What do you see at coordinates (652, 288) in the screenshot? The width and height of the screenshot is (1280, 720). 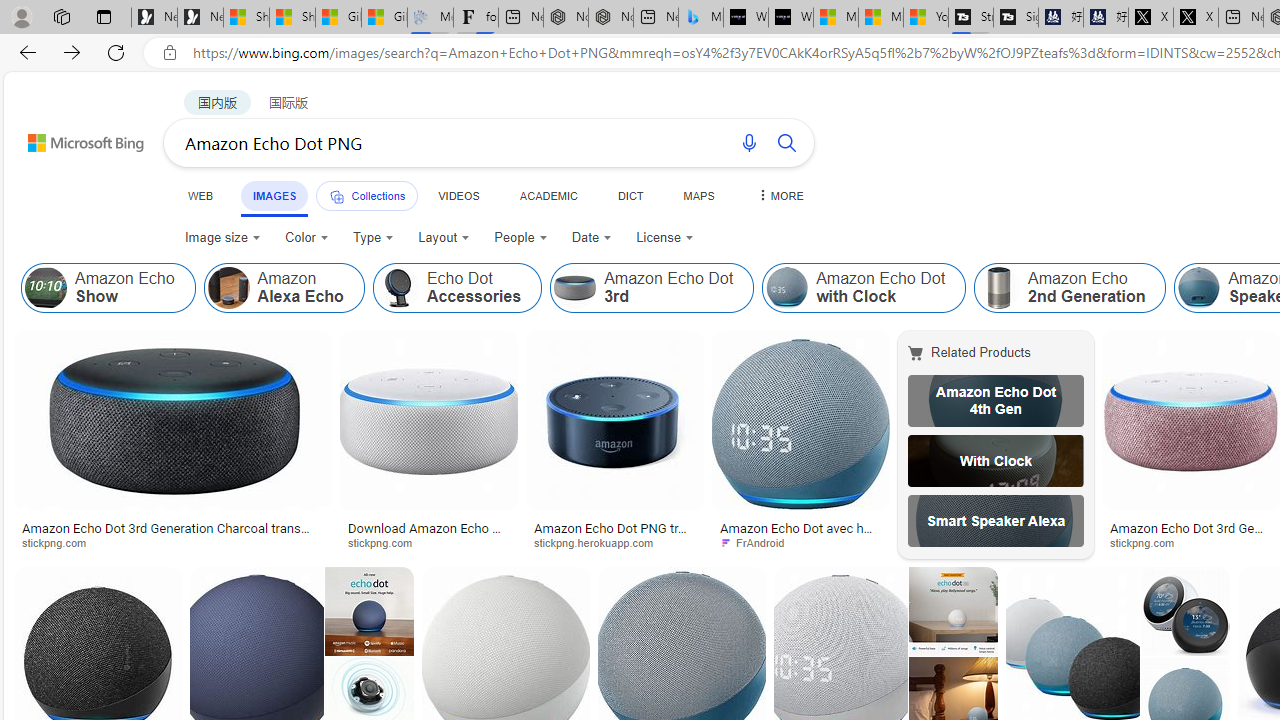 I see `'Amazon Echo Dot 3rd'` at bounding box center [652, 288].